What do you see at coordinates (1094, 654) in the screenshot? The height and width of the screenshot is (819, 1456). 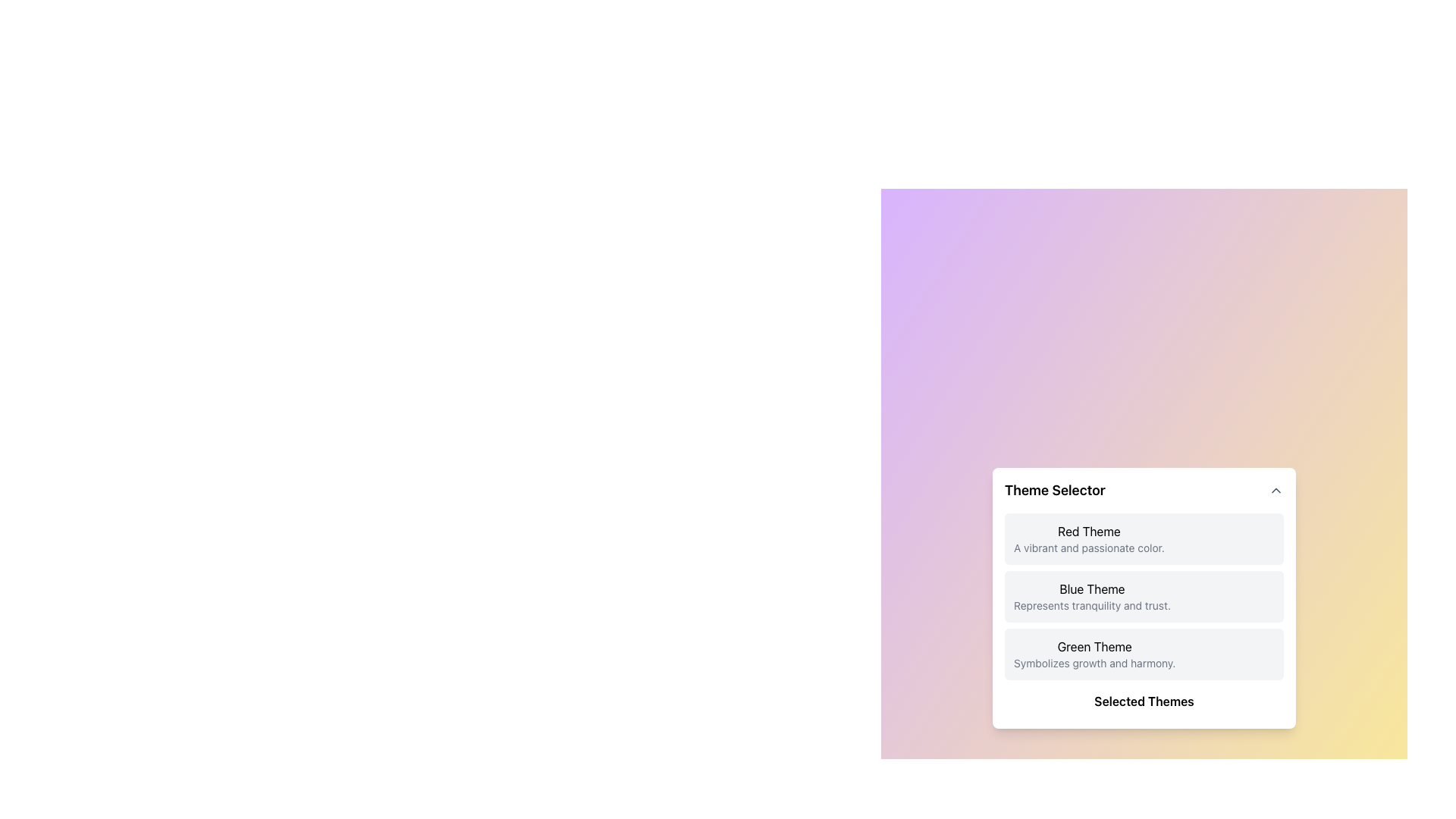 I see `the Text content block labeled 'Green Theme' which contains the heading in bold and a description in gray font, located at the center of the interface` at bounding box center [1094, 654].